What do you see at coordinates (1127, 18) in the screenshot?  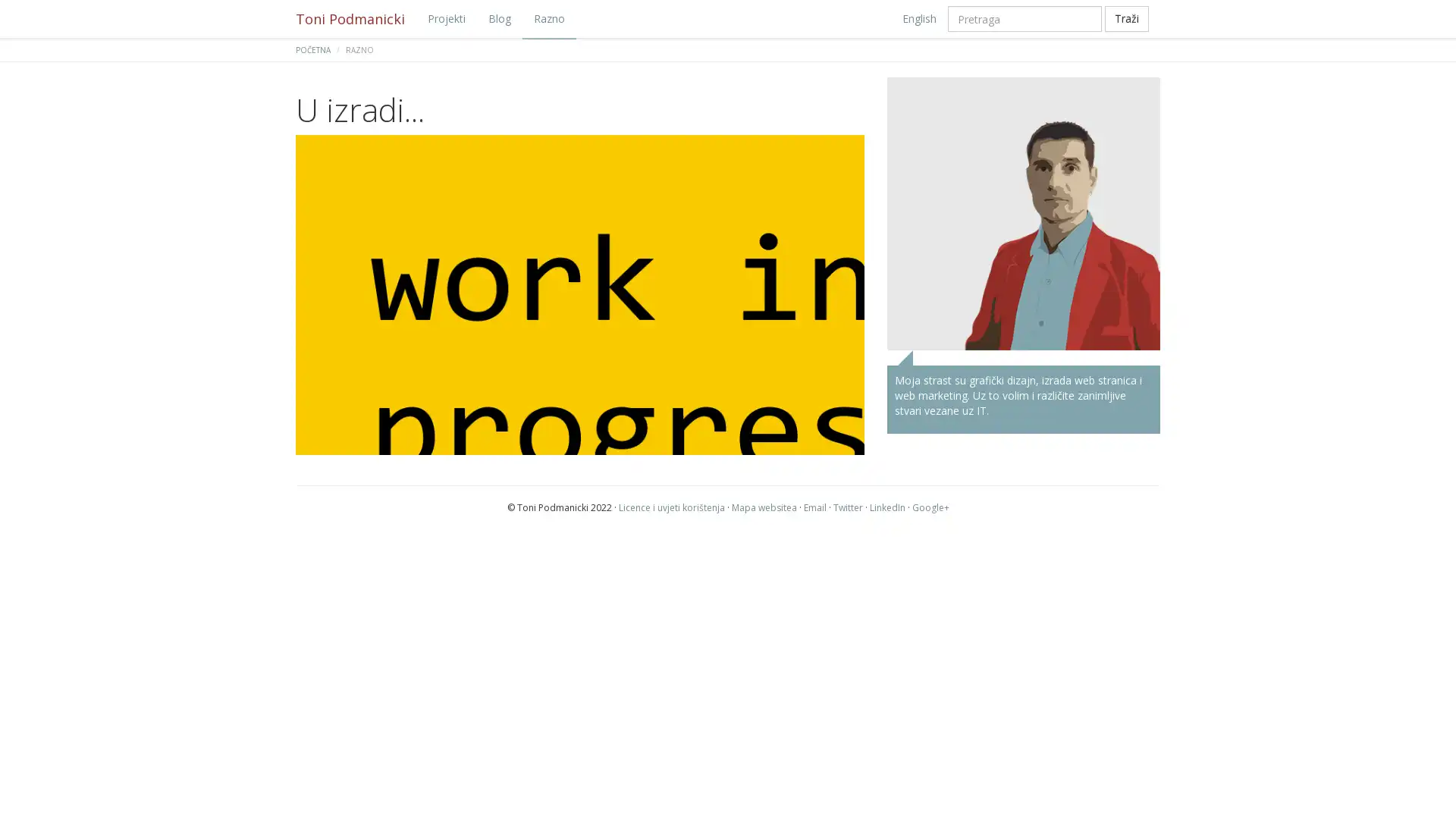 I see `Trazi` at bounding box center [1127, 18].